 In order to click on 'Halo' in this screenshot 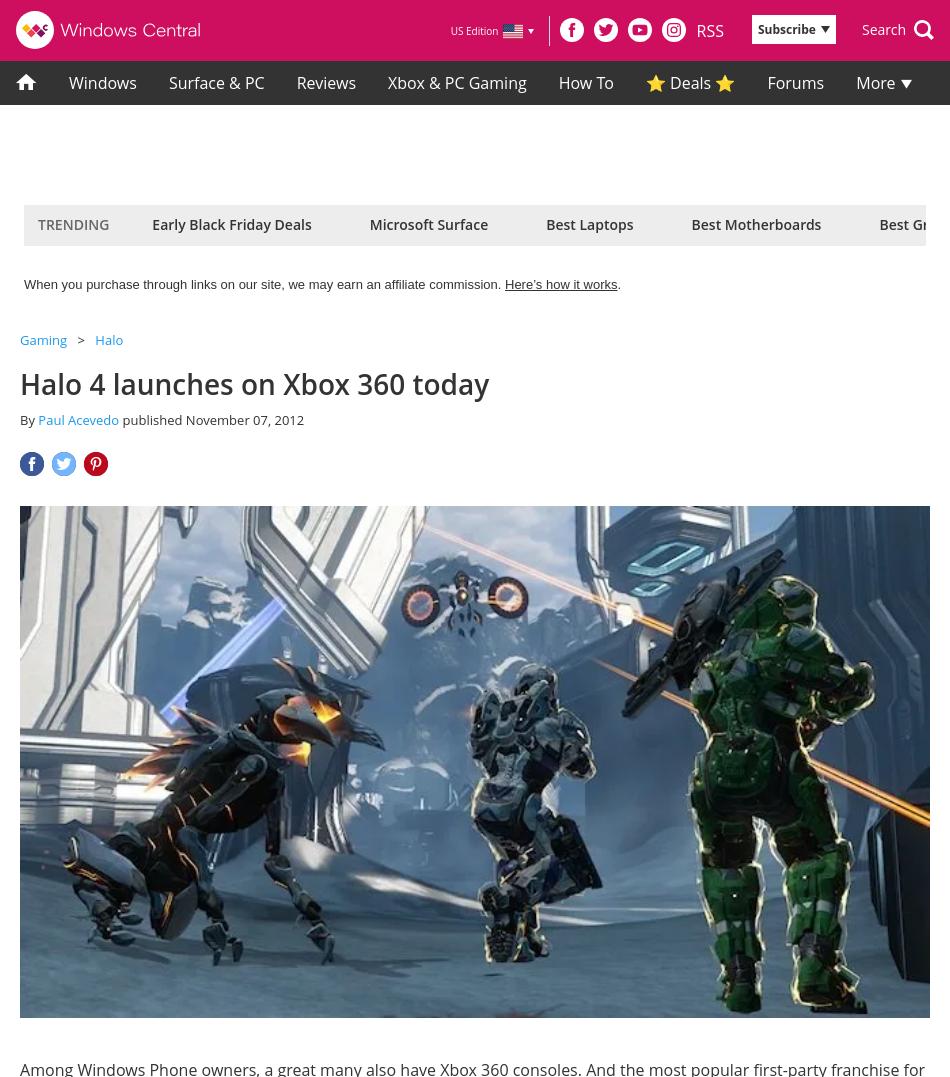, I will do `click(108, 339)`.